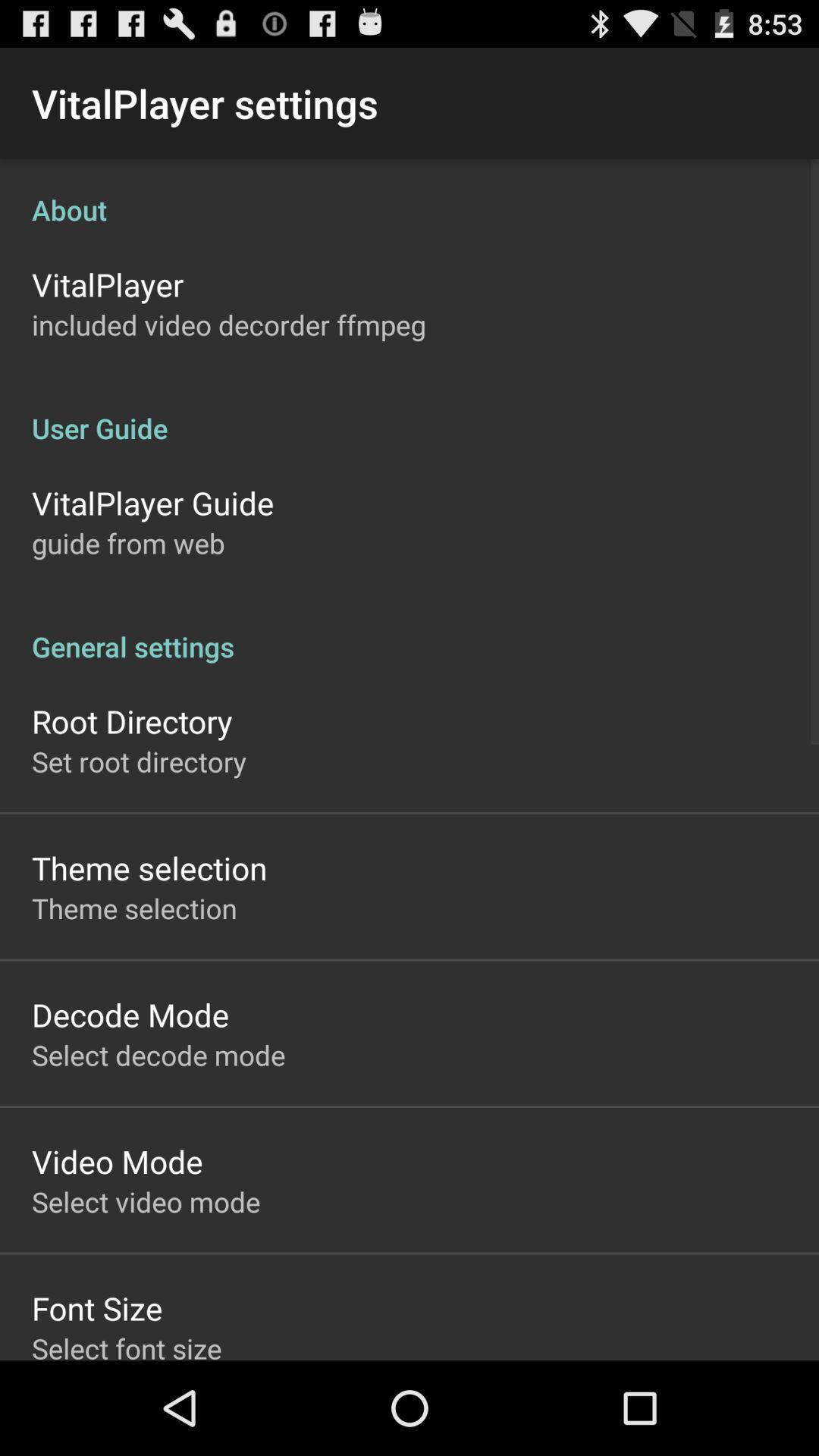 This screenshot has height=1456, width=819. I want to click on the item above the guide from web app, so click(152, 502).